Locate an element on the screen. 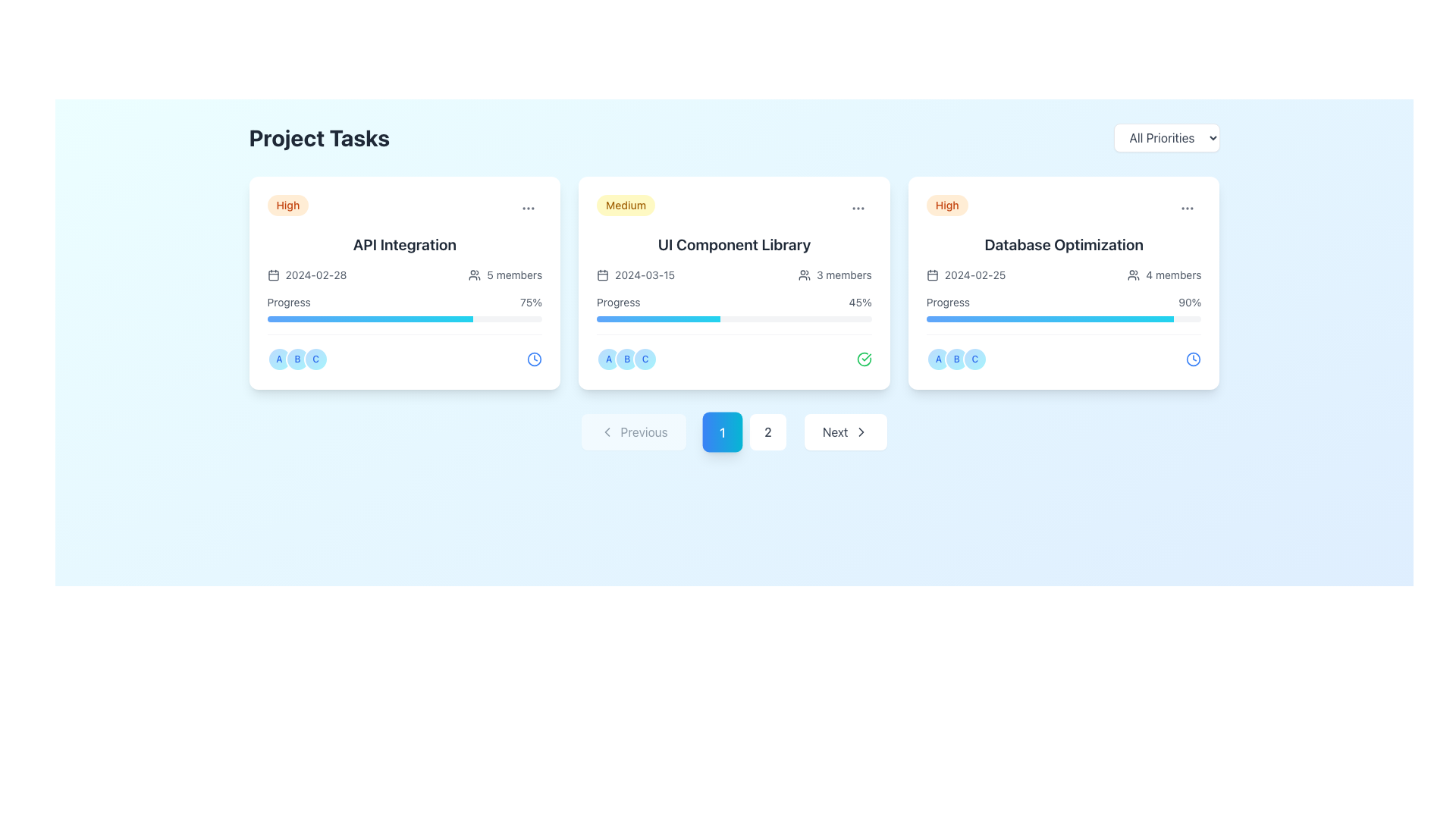  the date text element '2024-02-28' which is located next to the calendar icon, positioned above the 'Progress 75%' bar in the task card titled 'API Integration' is located at coordinates (306, 275).